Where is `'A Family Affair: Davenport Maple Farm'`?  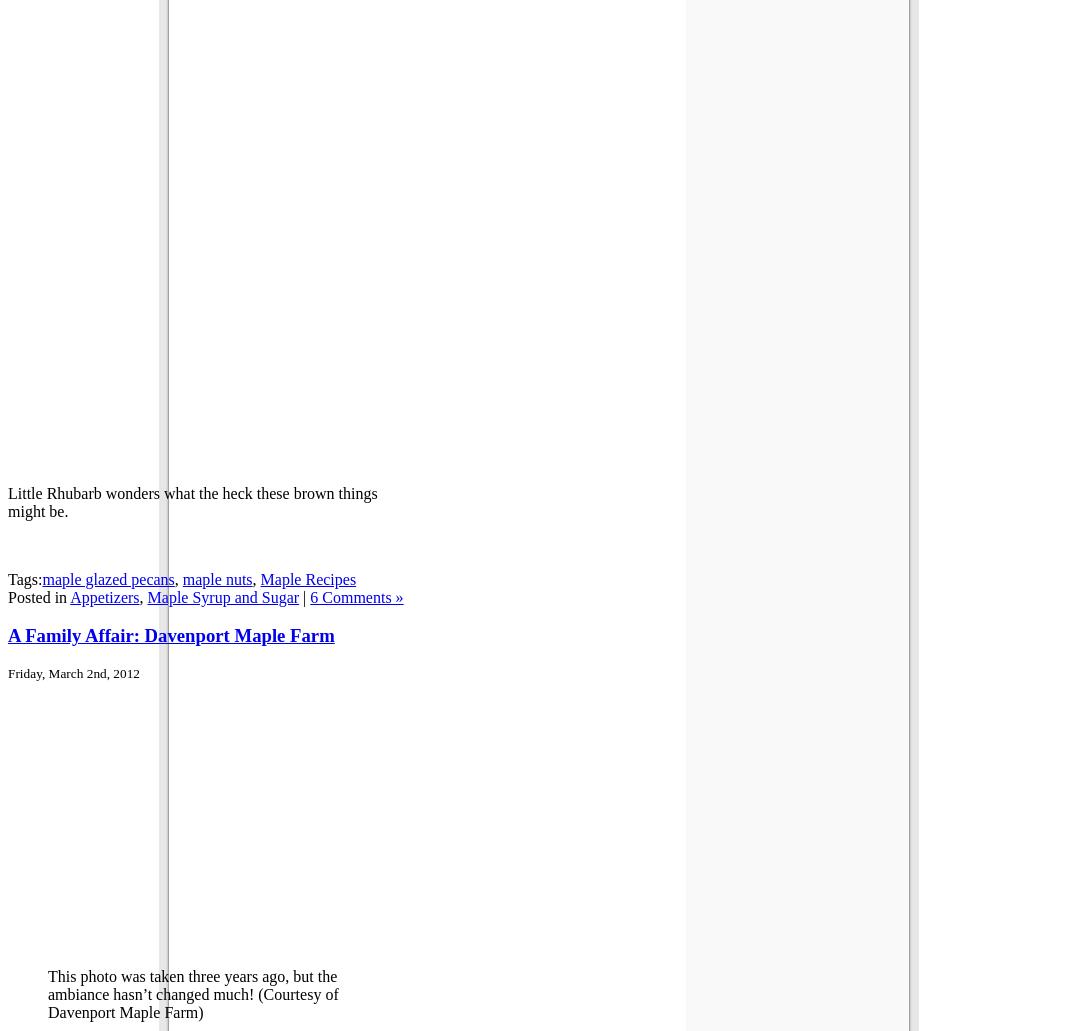
'A Family Affair: Davenport Maple Farm' is located at coordinates (170, 635).